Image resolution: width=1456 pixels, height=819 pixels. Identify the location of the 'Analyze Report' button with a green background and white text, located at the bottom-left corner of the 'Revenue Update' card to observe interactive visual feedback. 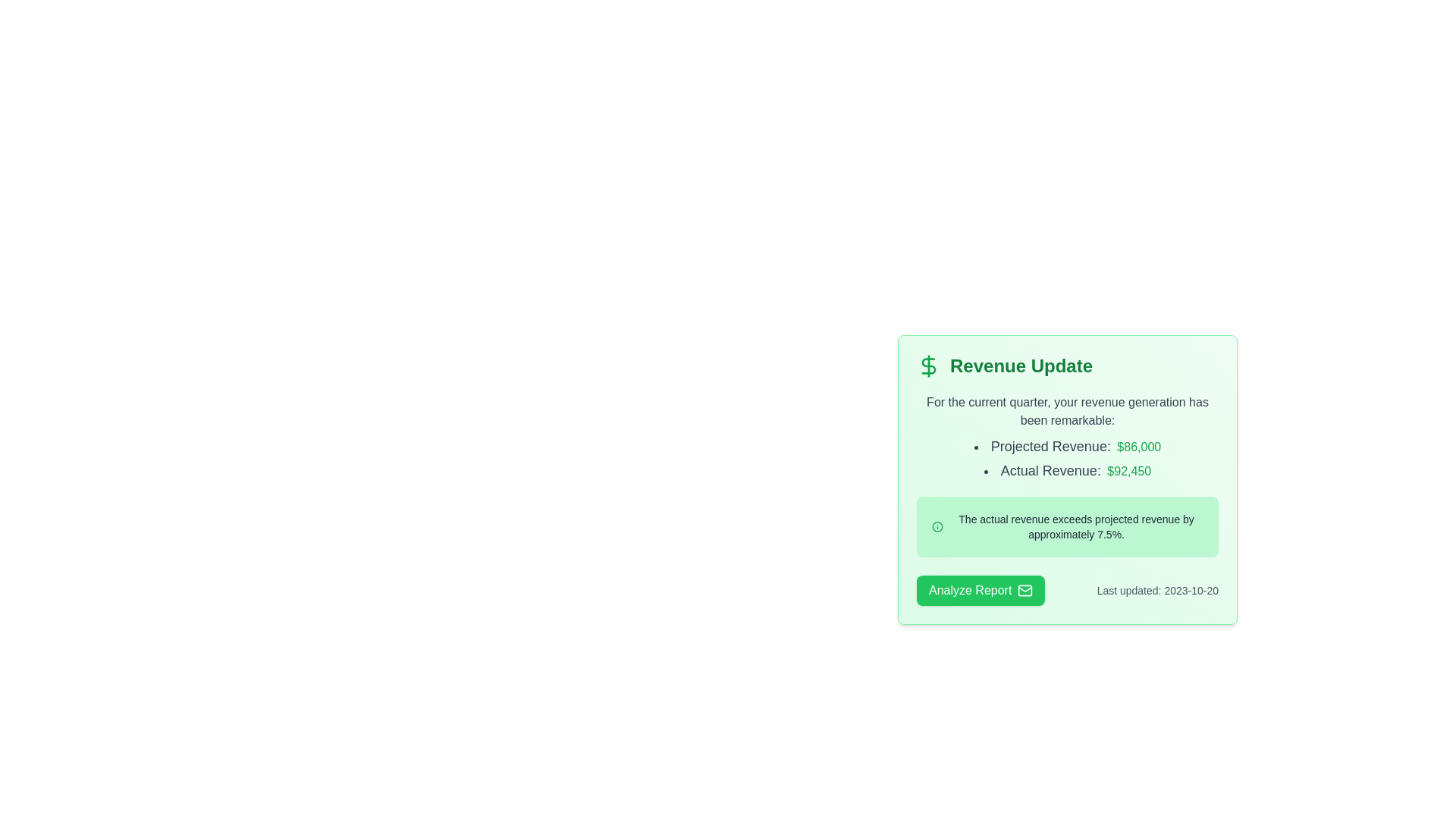
(981, 590).